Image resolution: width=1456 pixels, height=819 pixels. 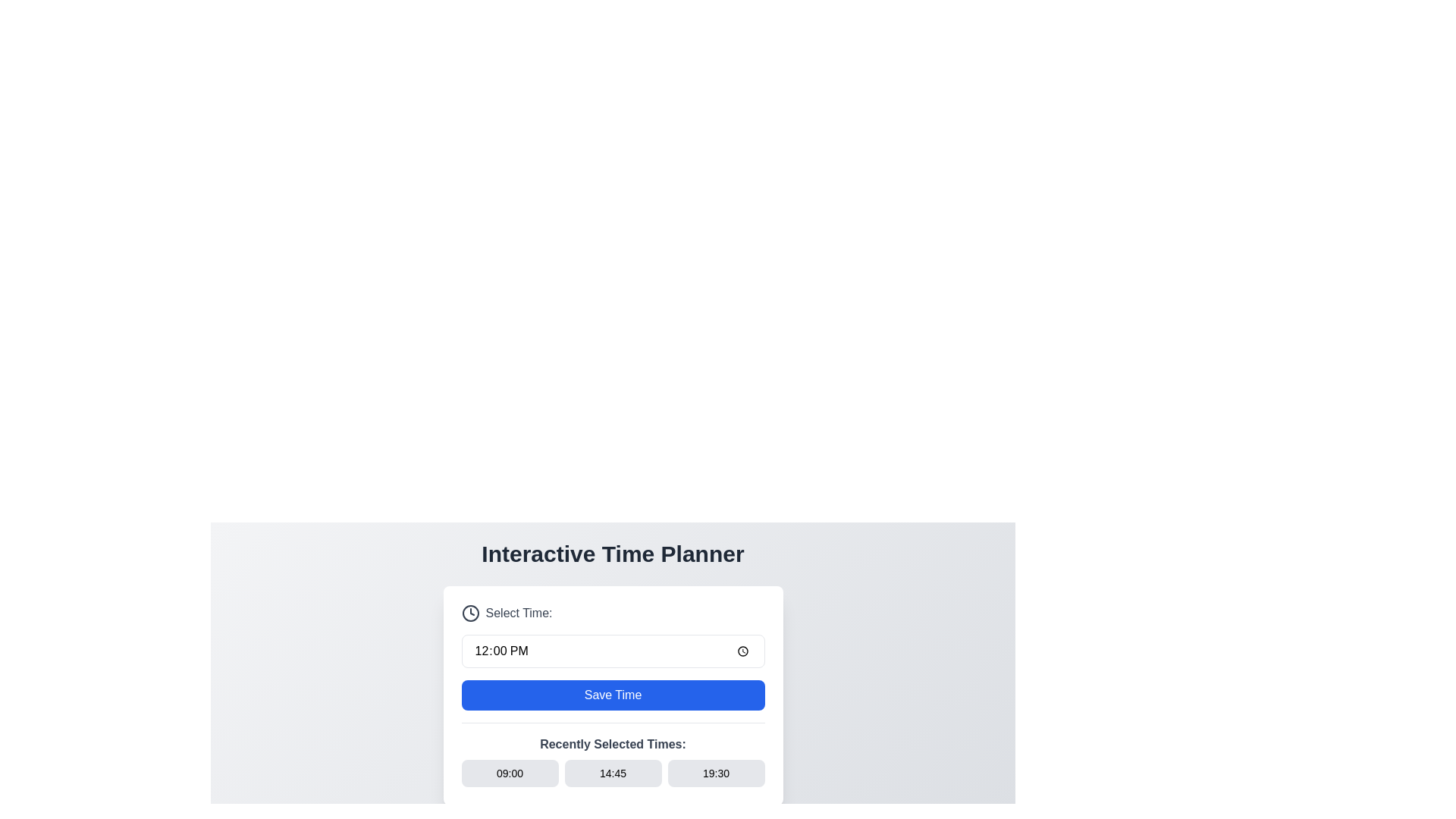 What do you see at coordinates (613, 695) in the screenshot?
I see `the 'Save Time' button, which is a bright blue rectangular button with white text located beneath a time selection input field` at bounding box center [613, 695].